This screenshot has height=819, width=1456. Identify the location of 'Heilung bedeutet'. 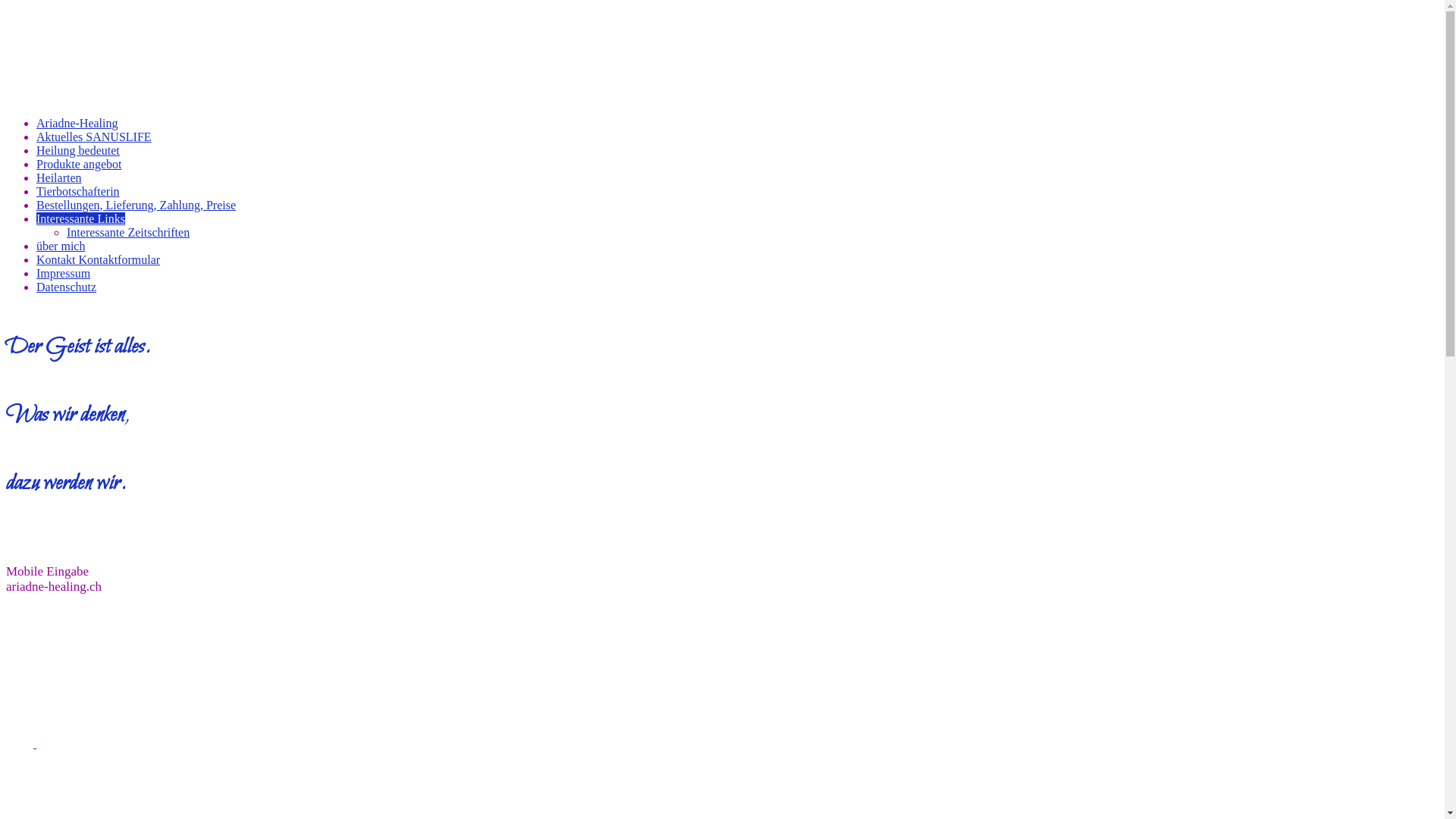
(77, 150).